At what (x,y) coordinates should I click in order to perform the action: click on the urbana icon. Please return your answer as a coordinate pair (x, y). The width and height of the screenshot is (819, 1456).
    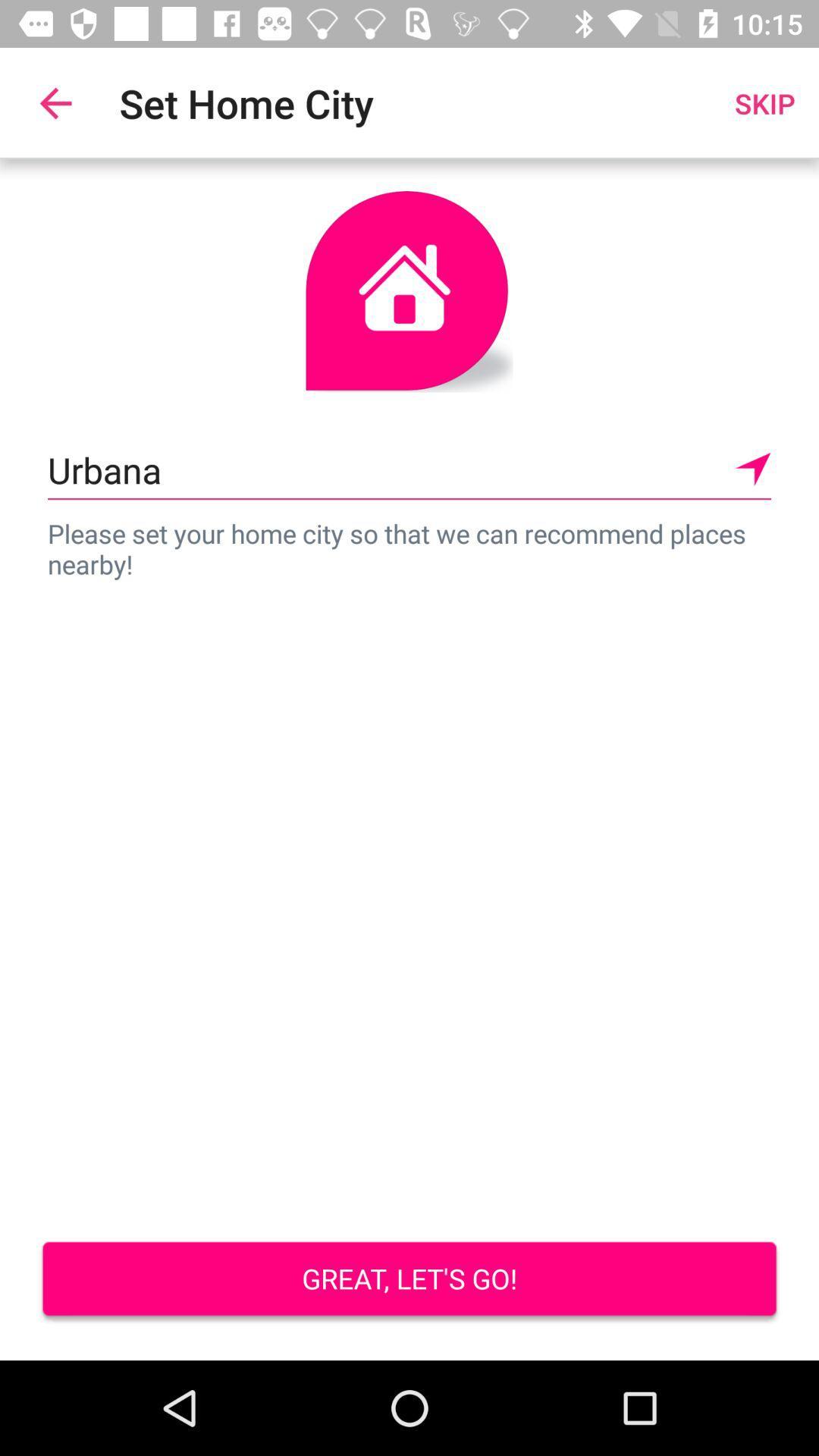
    Looking at the image, I should click on (409, 469).